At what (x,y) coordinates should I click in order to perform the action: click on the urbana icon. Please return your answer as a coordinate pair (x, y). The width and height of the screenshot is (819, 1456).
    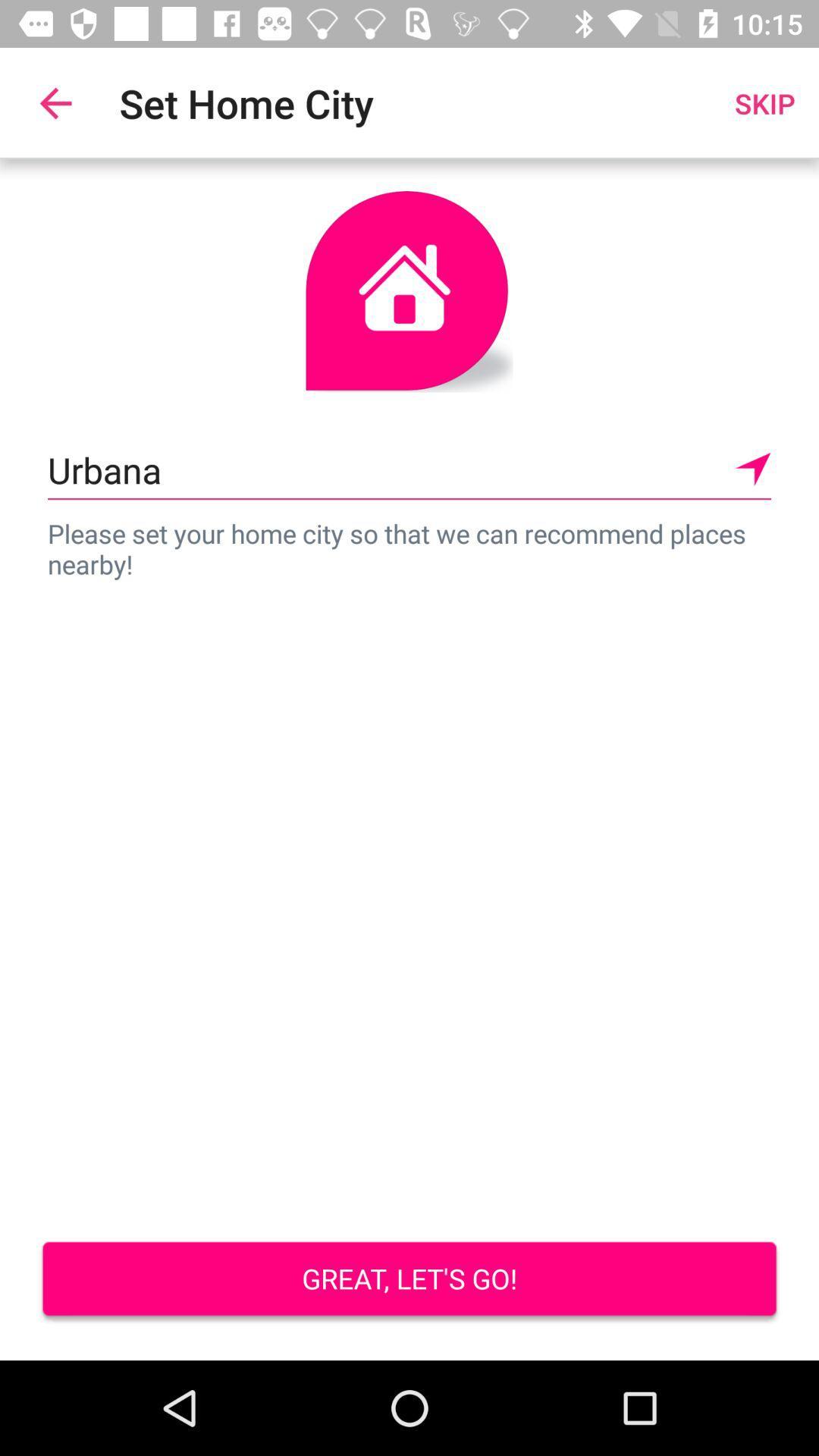
    Looking at the image, I should click on (409, 469).